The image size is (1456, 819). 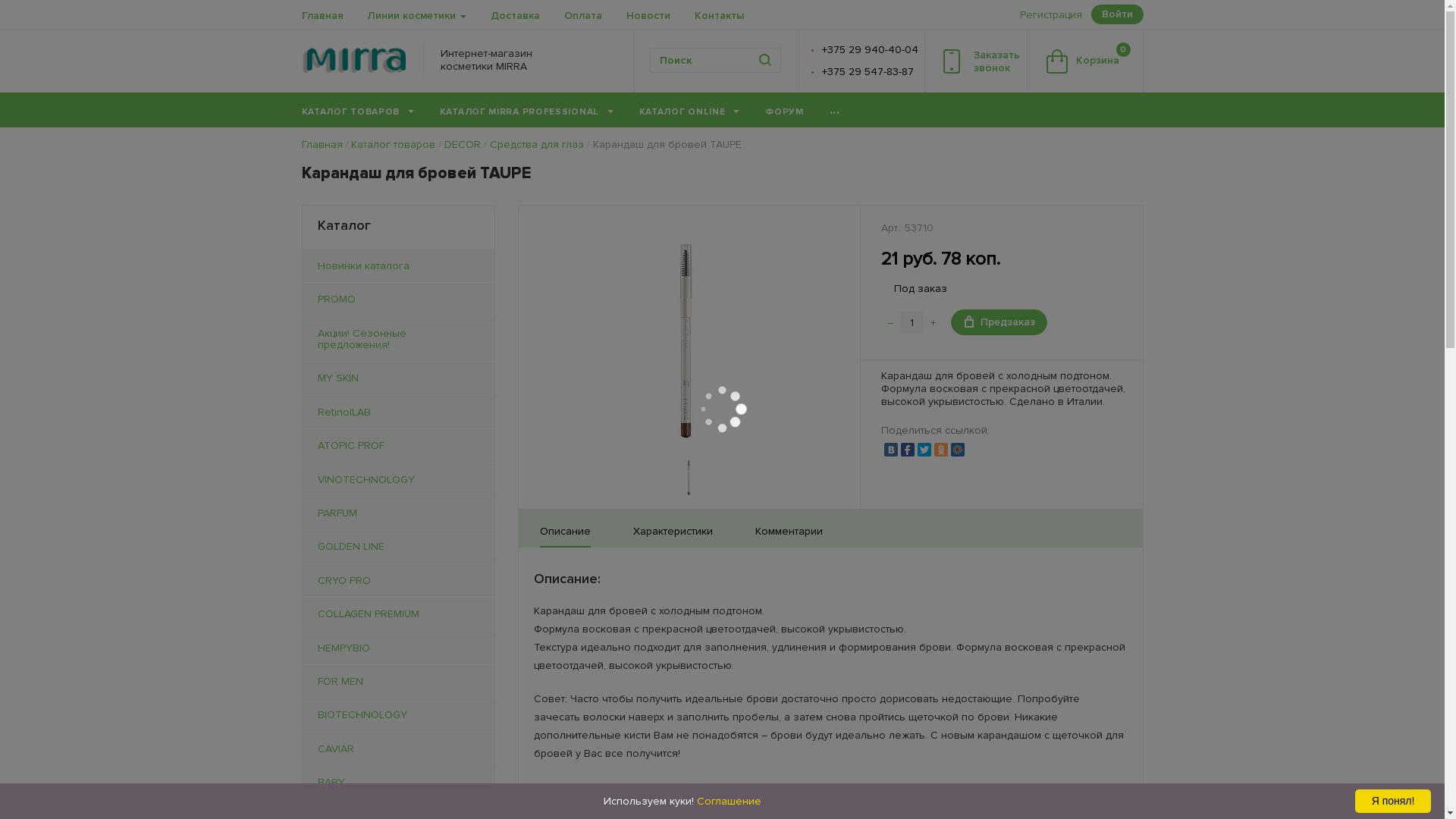 I want to click on 'BIOTECHNOLOGY', so click(x=302, y=714).